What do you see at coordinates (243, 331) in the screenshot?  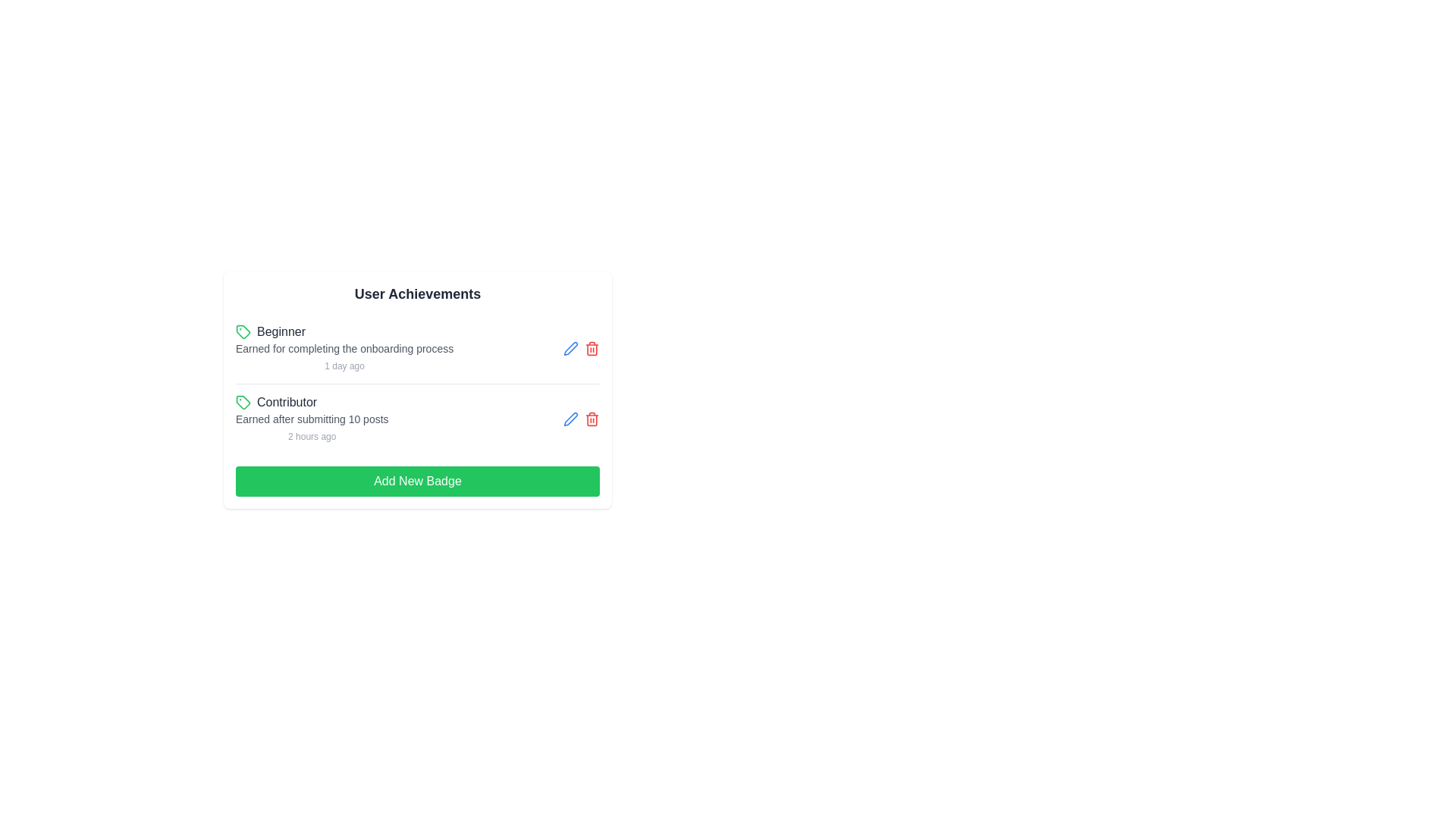 I see `the 'Beginner' achievement icon located to the left of the text 'Beginner' in the 'User Achievements' section` at bounding box center [243, 331].